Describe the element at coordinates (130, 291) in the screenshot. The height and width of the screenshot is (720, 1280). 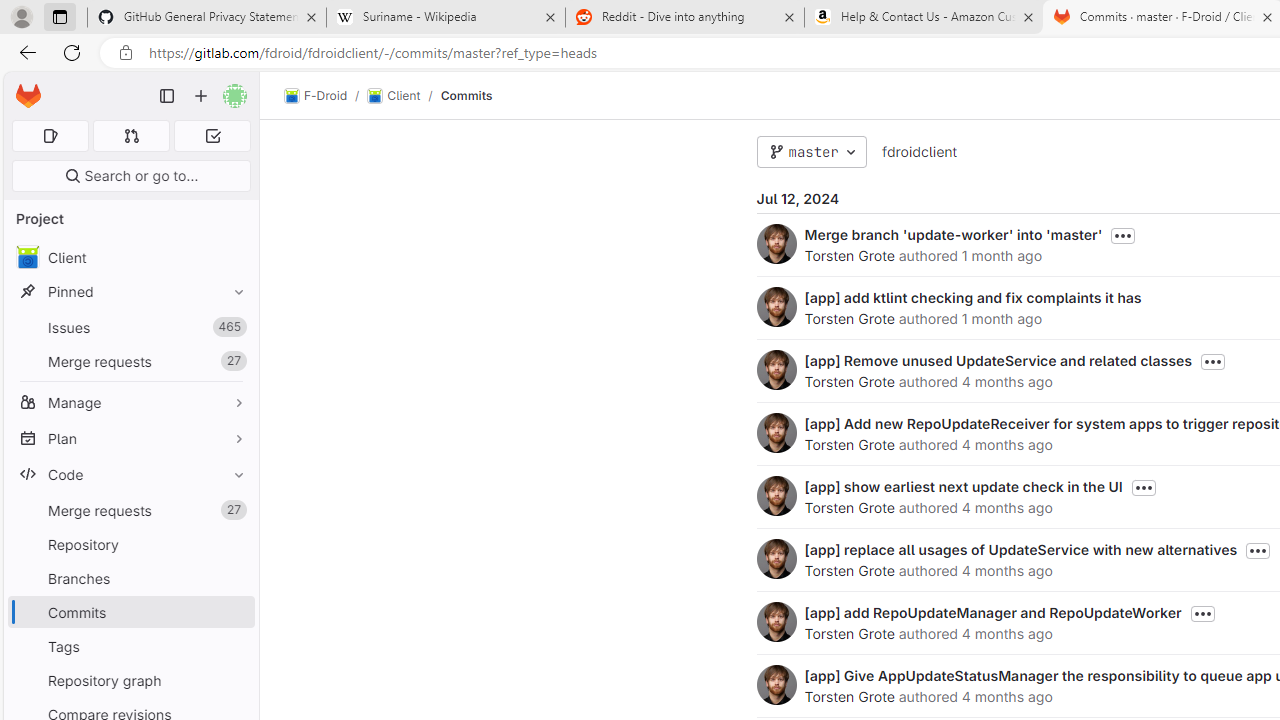
I see `'Pinned'` at that location.